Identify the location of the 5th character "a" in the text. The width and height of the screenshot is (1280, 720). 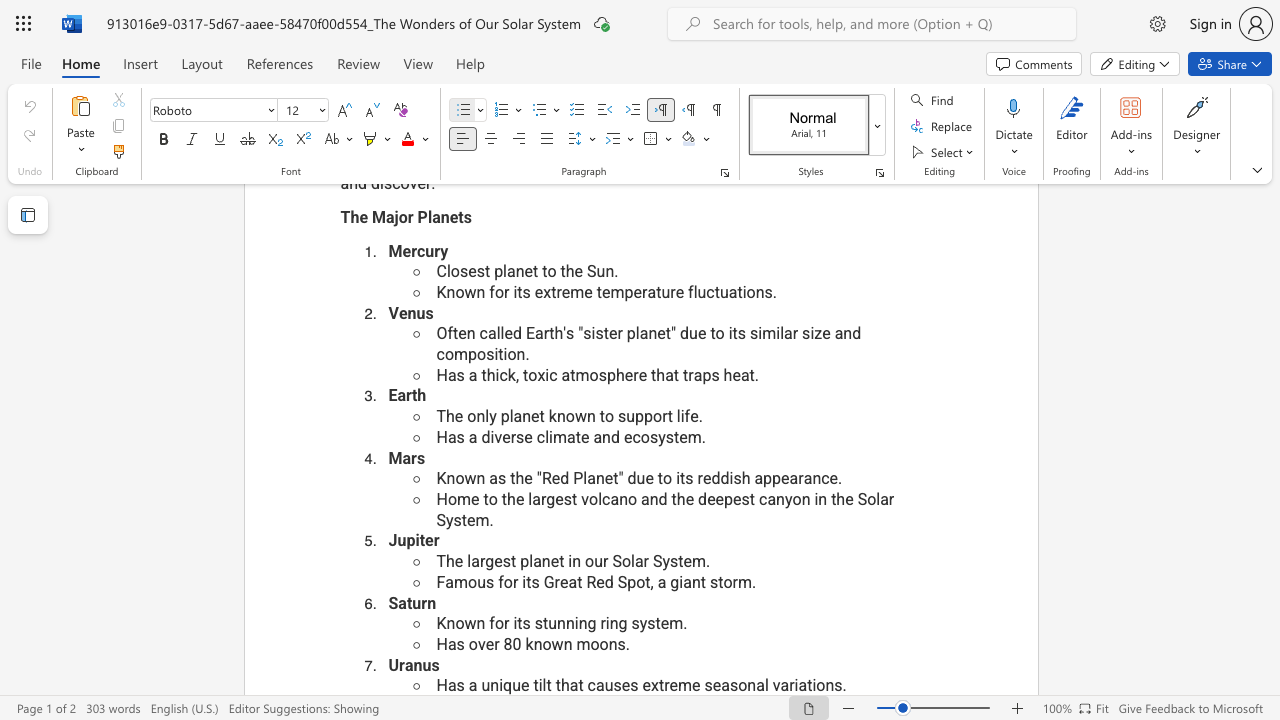
(724, 684).